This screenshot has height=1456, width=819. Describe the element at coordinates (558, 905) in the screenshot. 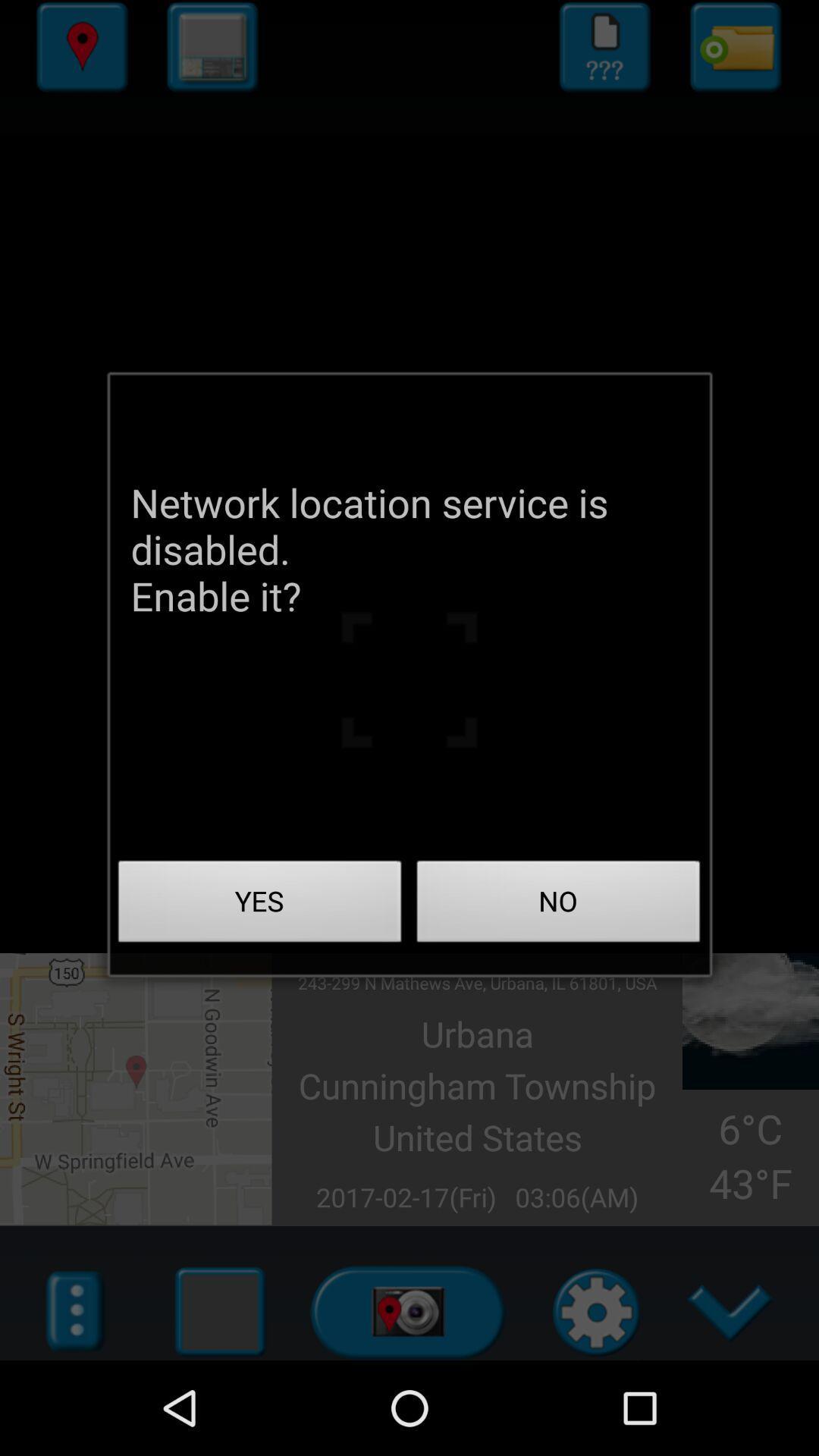

I see `app below the network location service` at that location.